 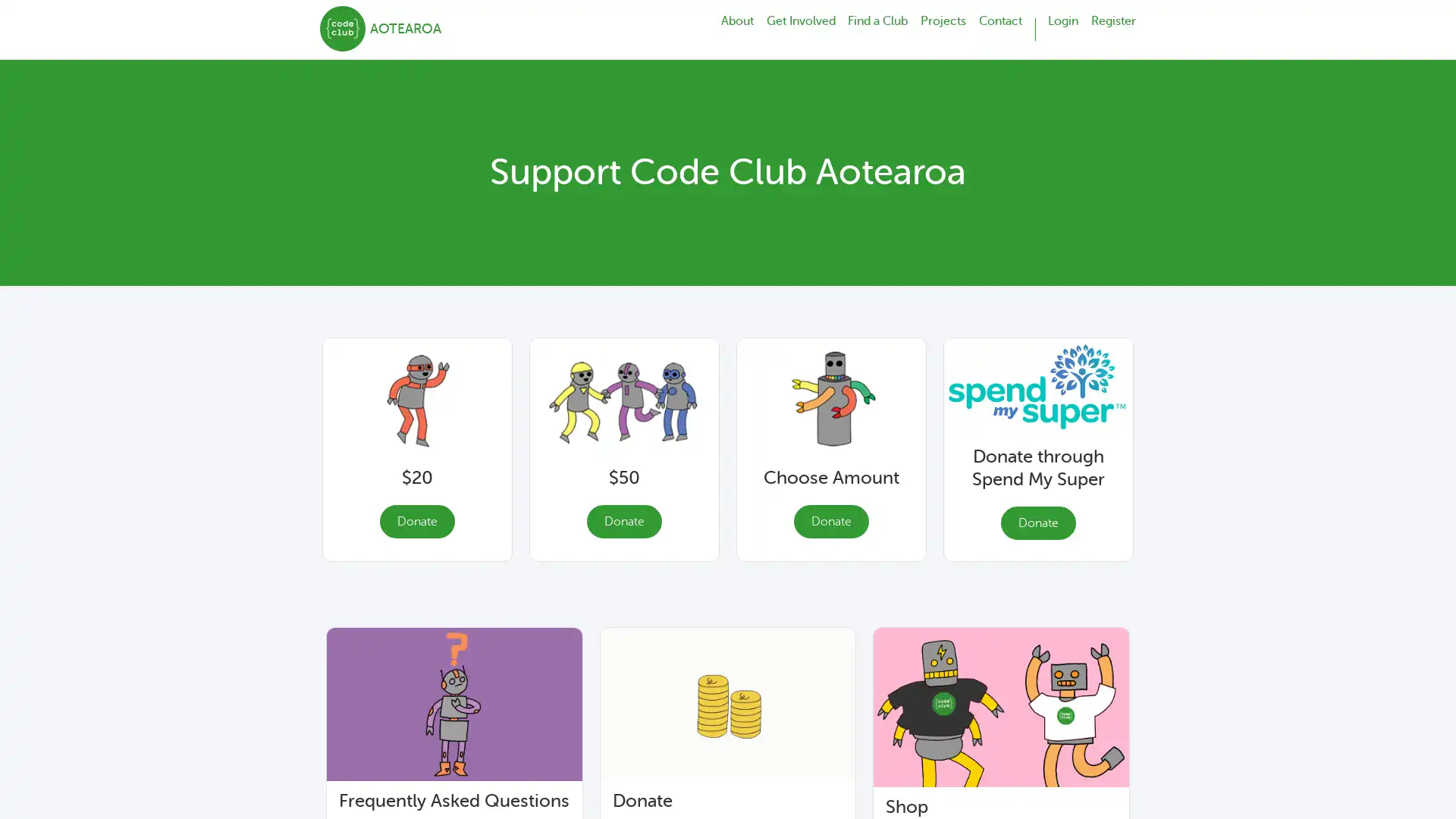 I want to click on Donate, so click(x=830, y=520).